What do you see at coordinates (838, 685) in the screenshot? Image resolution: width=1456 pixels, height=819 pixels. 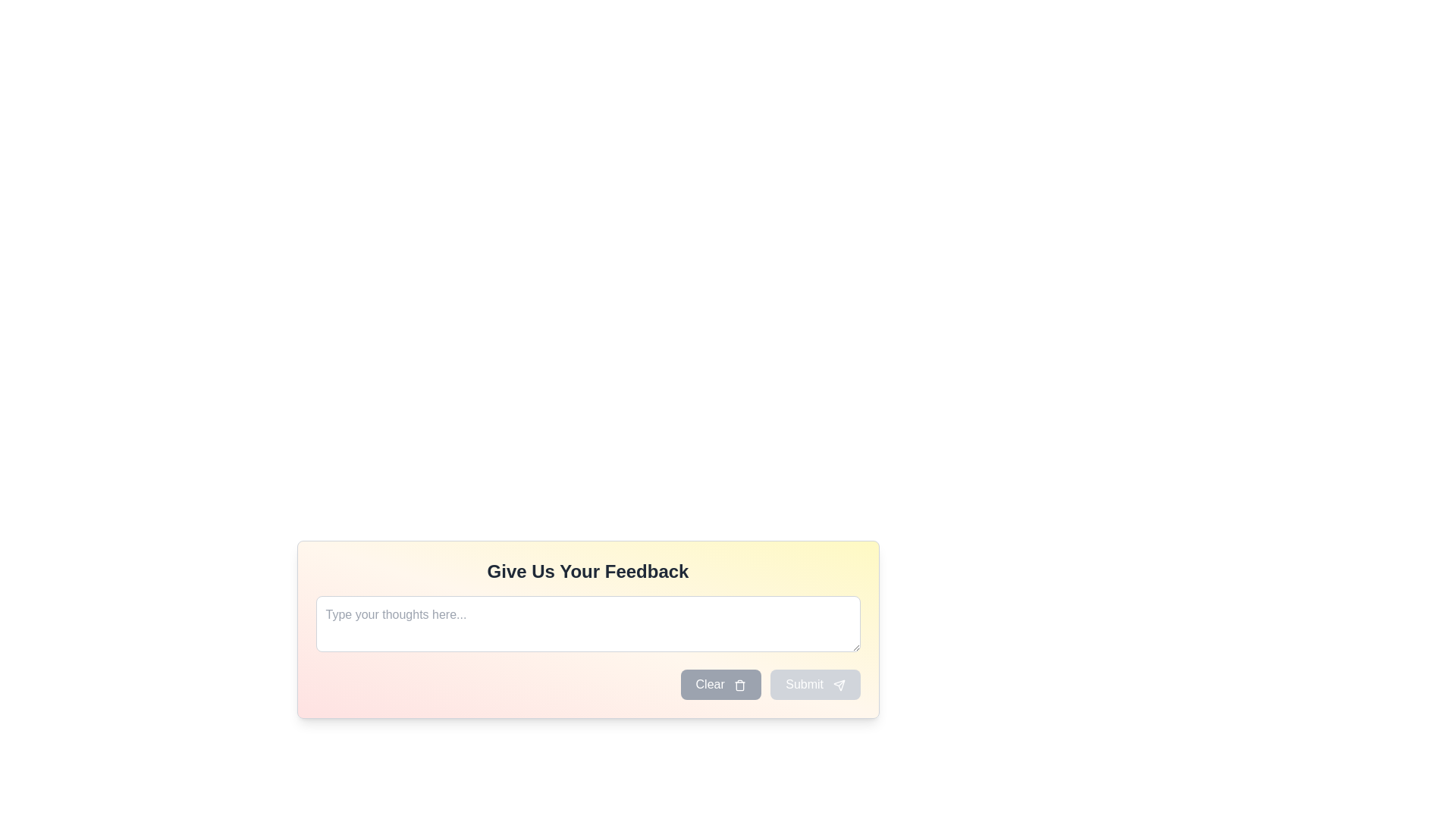 I see `the send icon styled as a paper plane, located at the far right of the 'Submit' button` at bounding box center [838, 685].